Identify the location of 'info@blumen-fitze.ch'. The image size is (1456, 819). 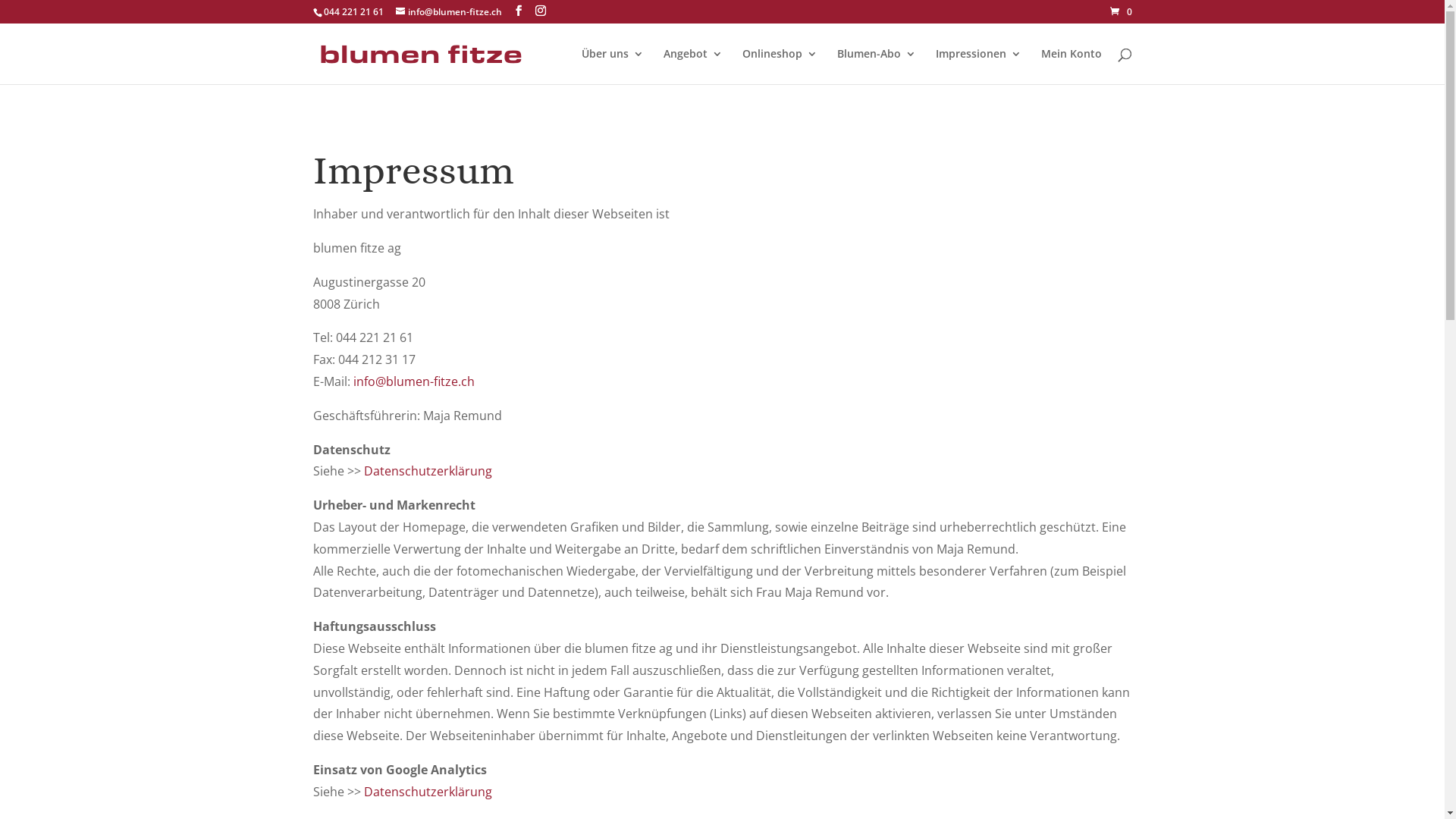
(447, 11).